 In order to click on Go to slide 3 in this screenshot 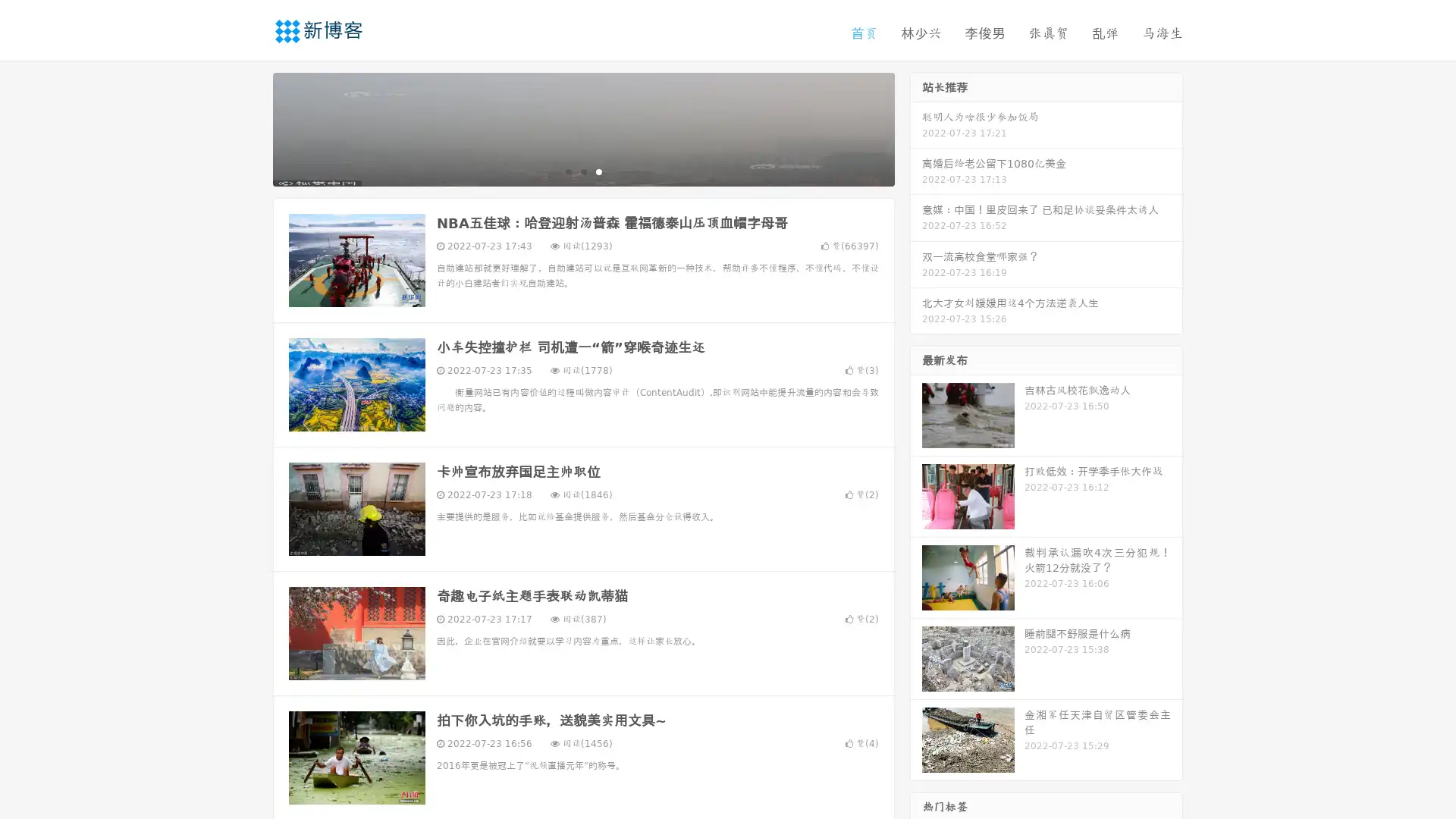, I will do `click(598, 171)`.